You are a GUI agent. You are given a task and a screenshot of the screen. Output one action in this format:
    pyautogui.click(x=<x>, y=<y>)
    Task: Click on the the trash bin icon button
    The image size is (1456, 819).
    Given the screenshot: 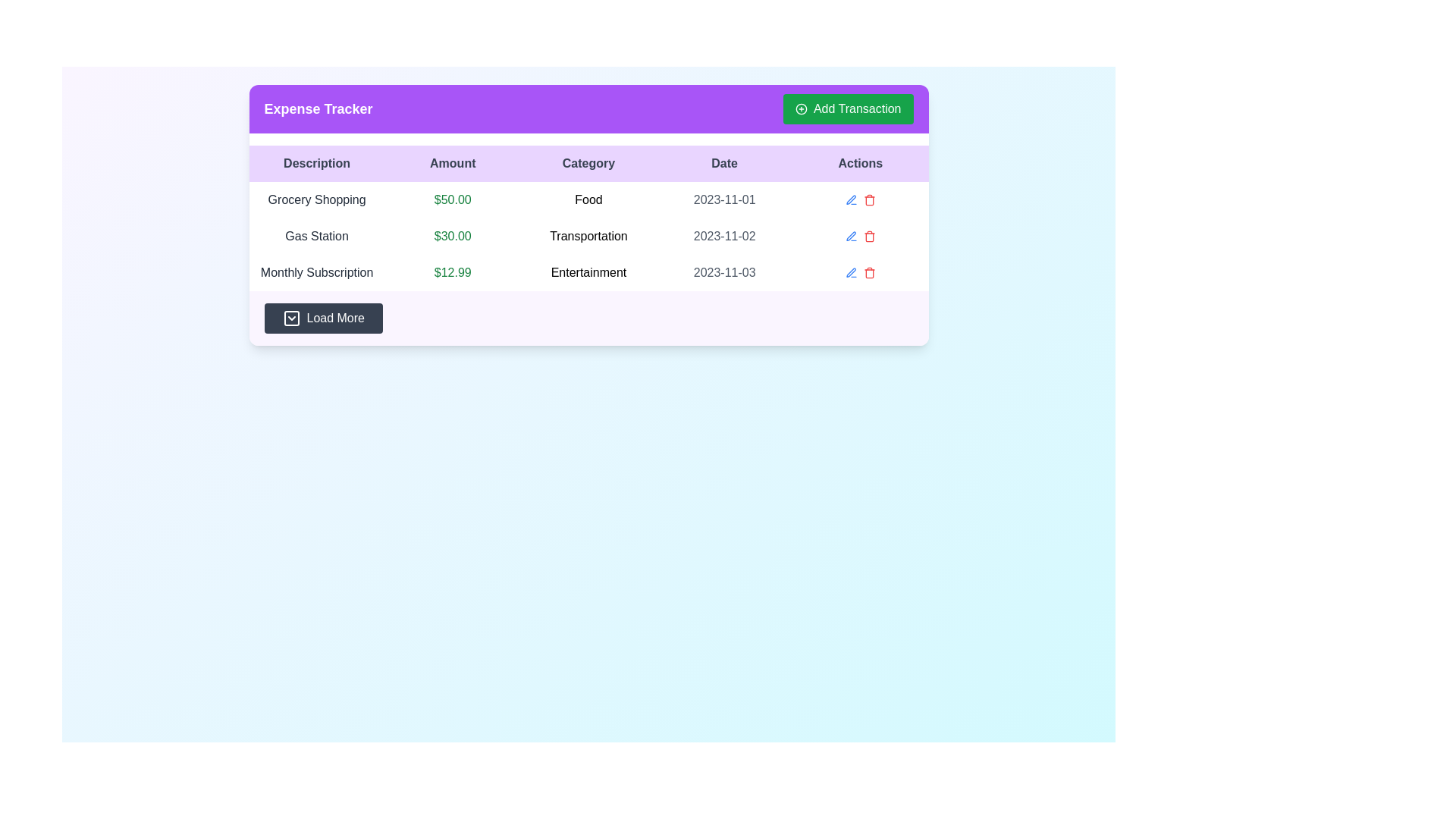 What is the action you would take?
    pyautogui.click(x=869, y=237)
    